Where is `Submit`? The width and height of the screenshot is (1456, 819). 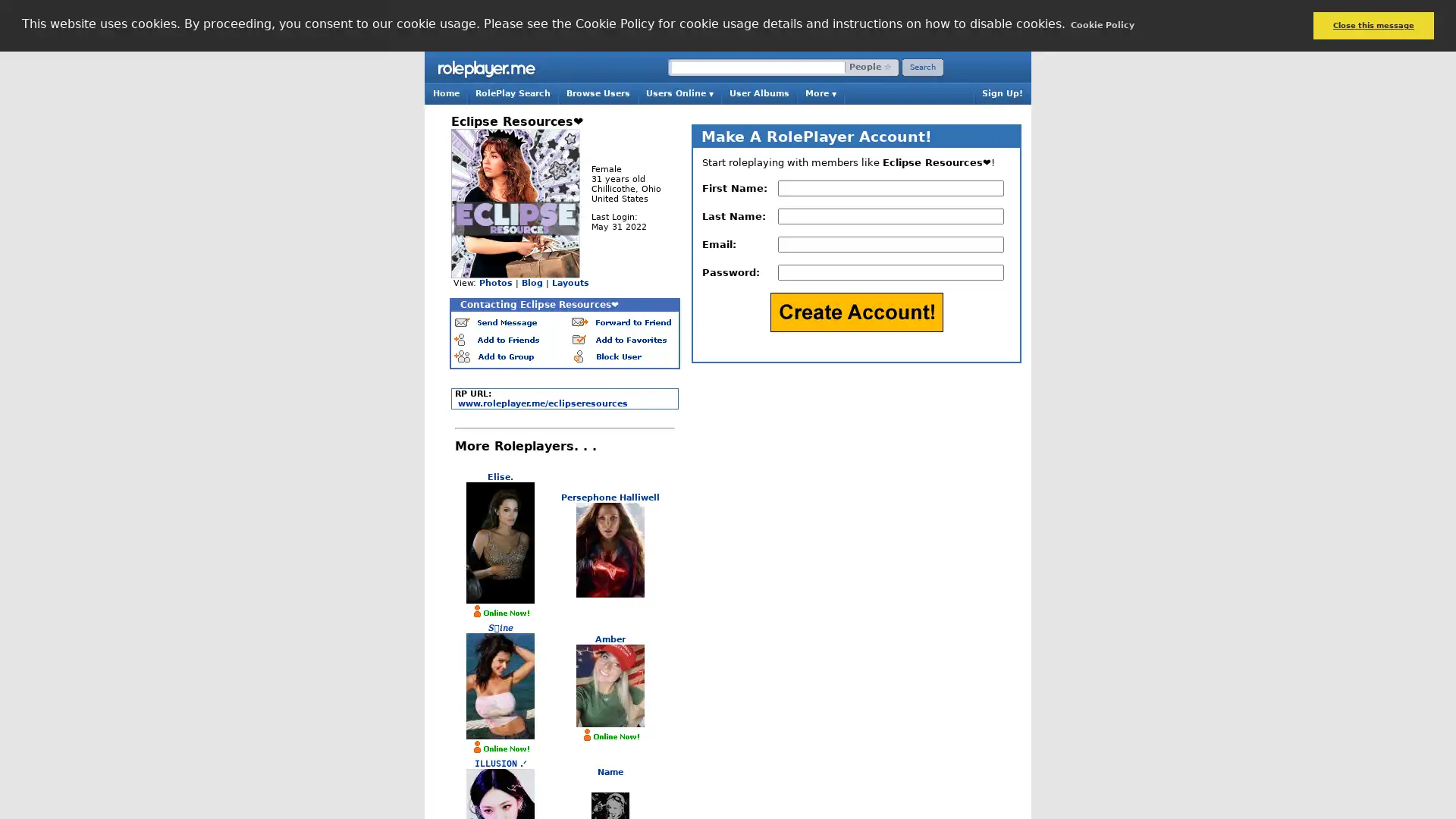 Submit is located at coordinates (855, 311).